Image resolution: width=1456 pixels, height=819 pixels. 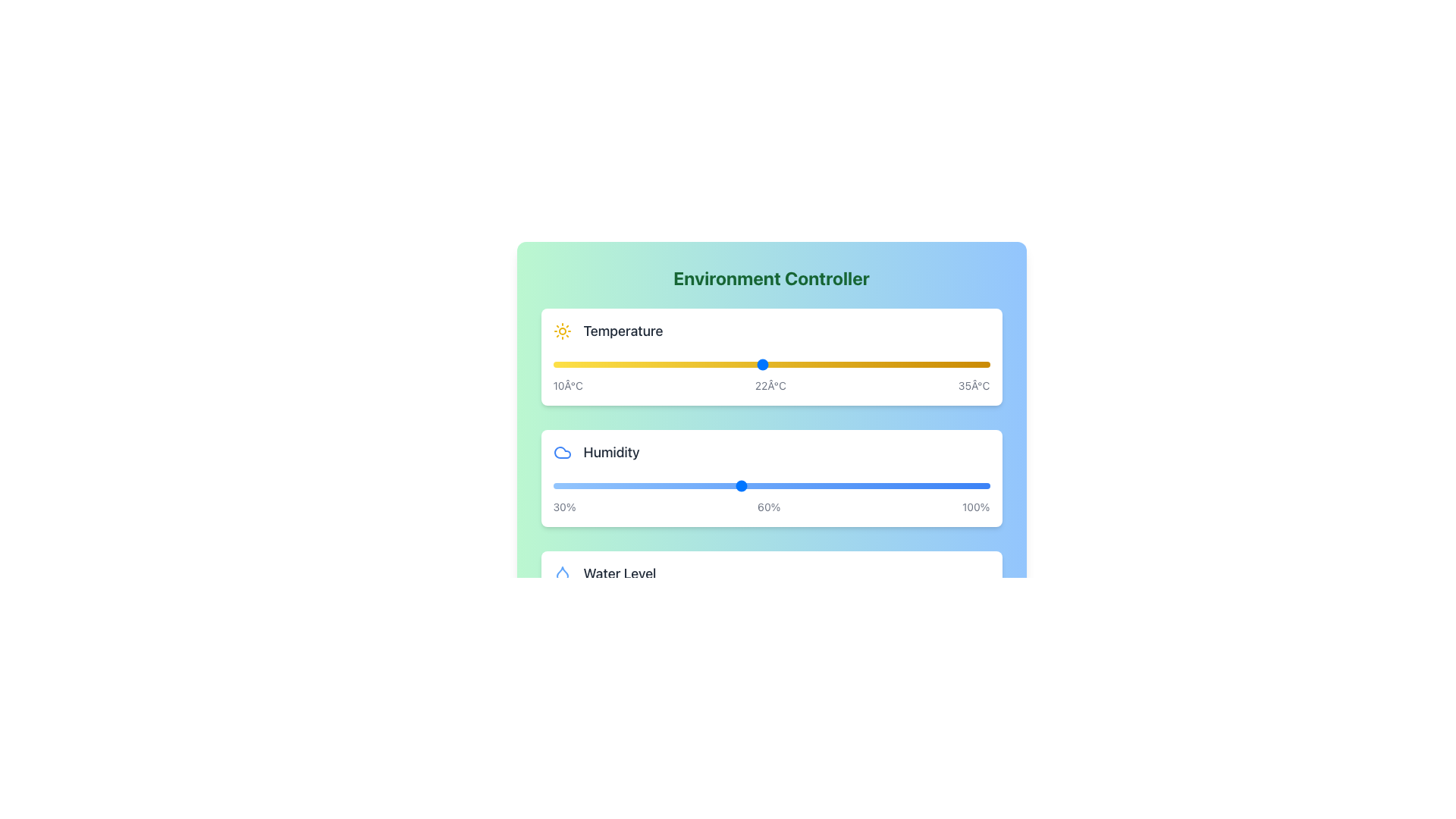 What do you see at coordinates (939, 485) in the screenshot?
I see `humidity` at bounding box center [939, 485].